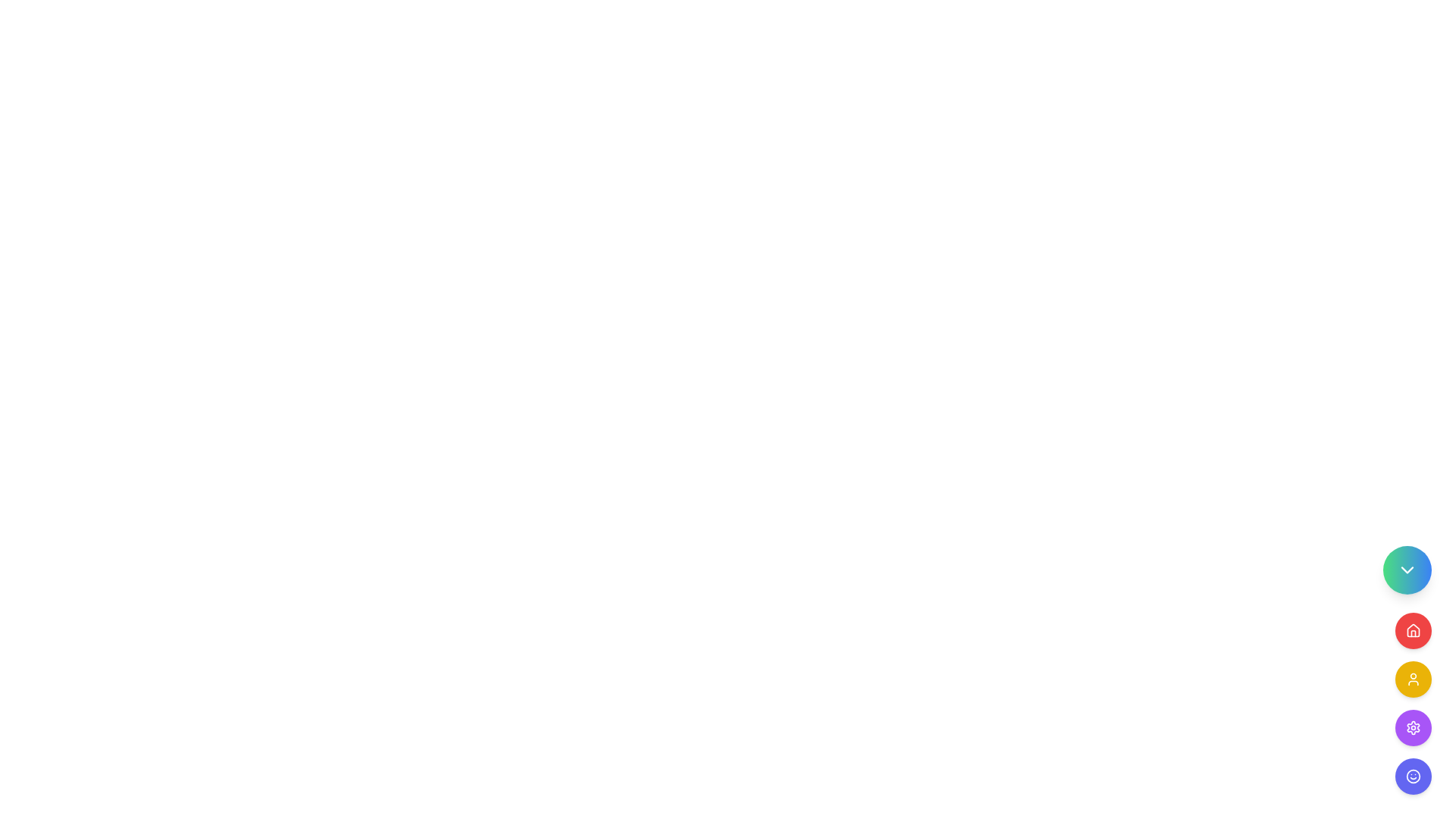 Image resolution: width=1456 pixels, height=819 pixels. What do you see at coordinates (1412, 776) in the screenshot?
I see `the circular button with a purple background featuring a white smiley face icon, located at the bottom of the vertical button list` at bounding box center [1412, 776].